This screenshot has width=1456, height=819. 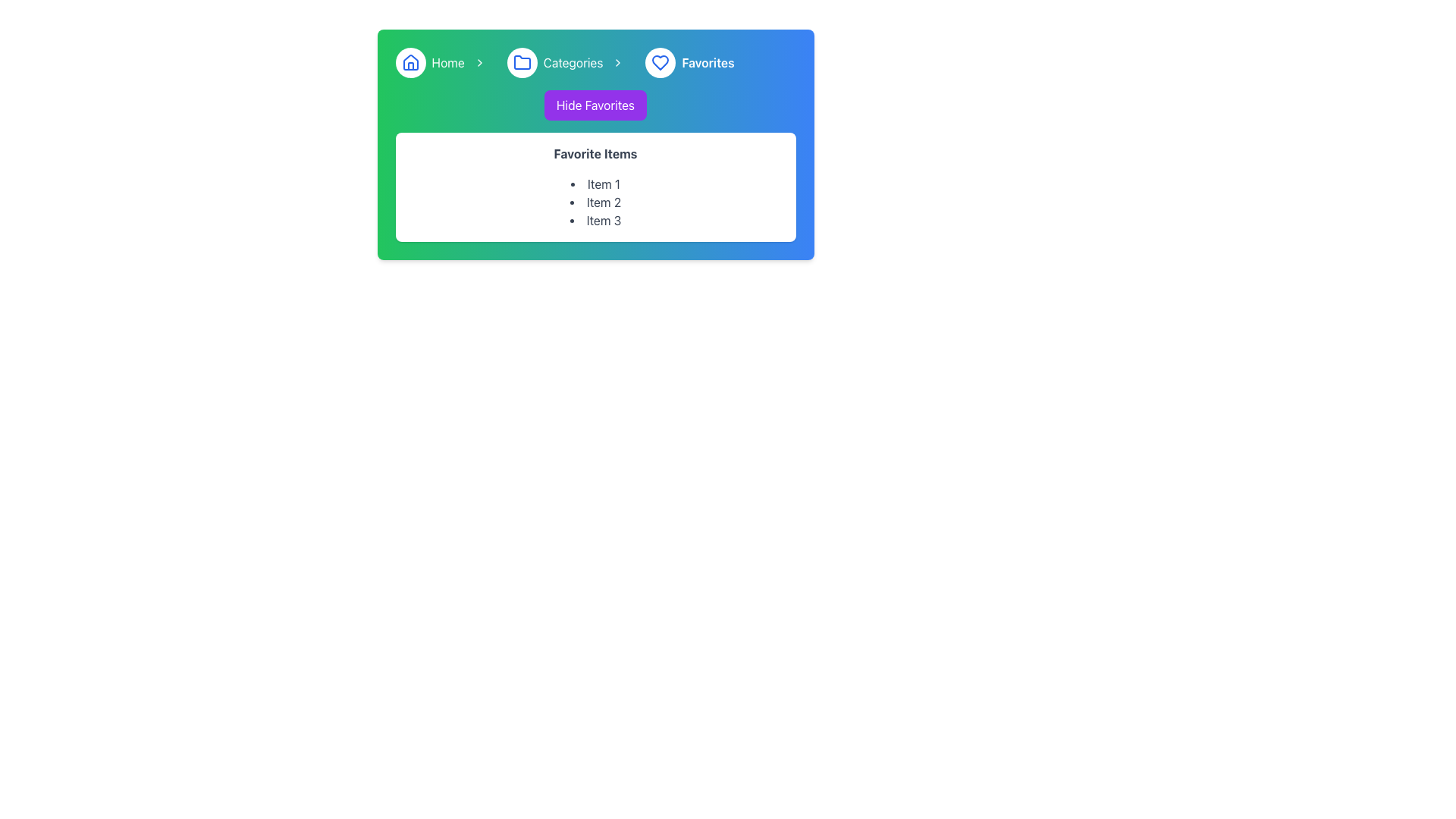 What do you see at coordinates (595, 201) in the screenshot?
I see `the static list containing 'Item 1', 'Item 2', and 'Item 3' under the 'Favorite Items' section` at bounding box center [595, 201].